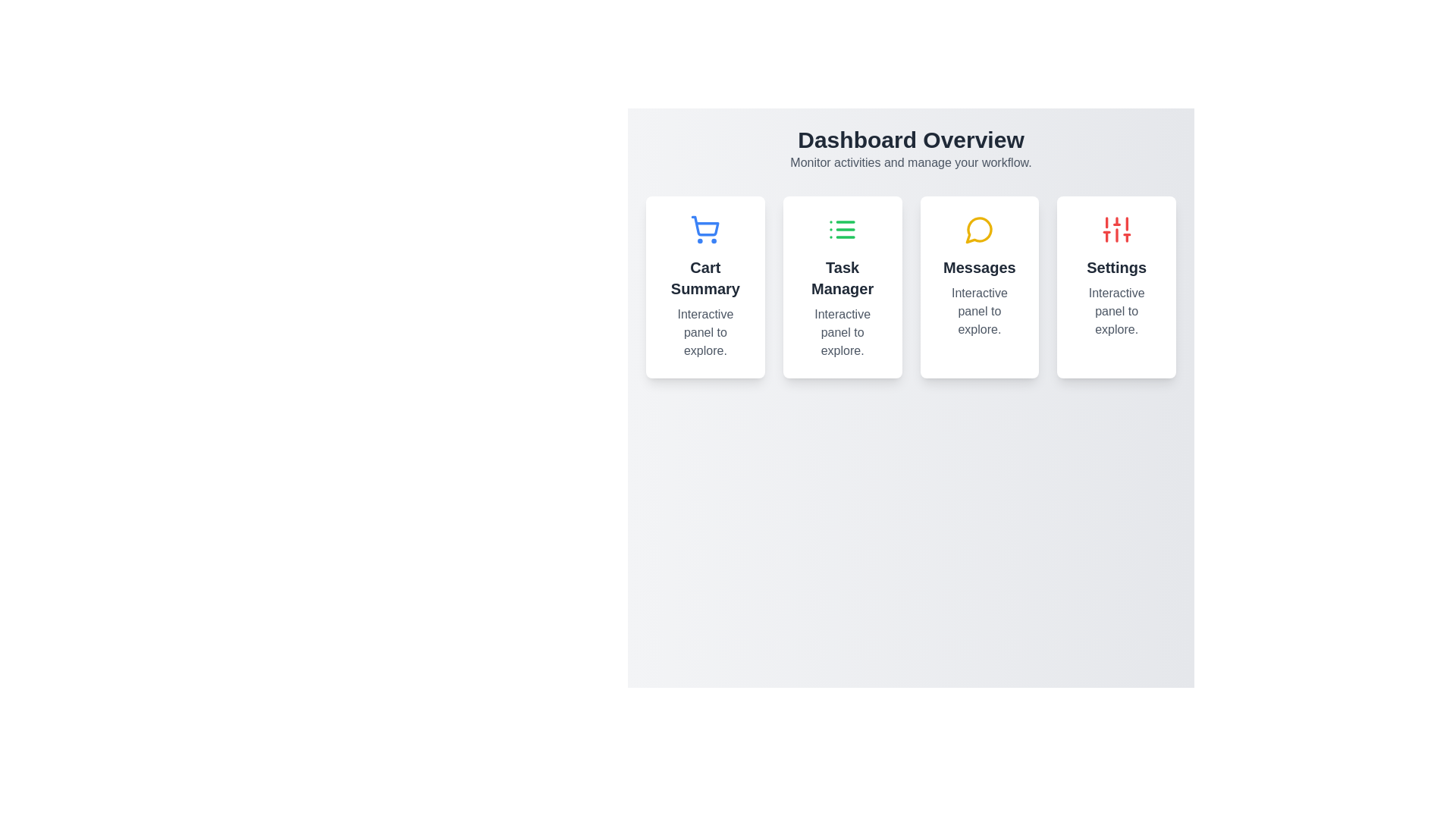 This screenshot has width=1456, height=819. I want to click on the text label that reads 'Monitor activities and manage your workflow,' which is positioned directly below the heading 'Dashboard Overview.', so click(910, 163).